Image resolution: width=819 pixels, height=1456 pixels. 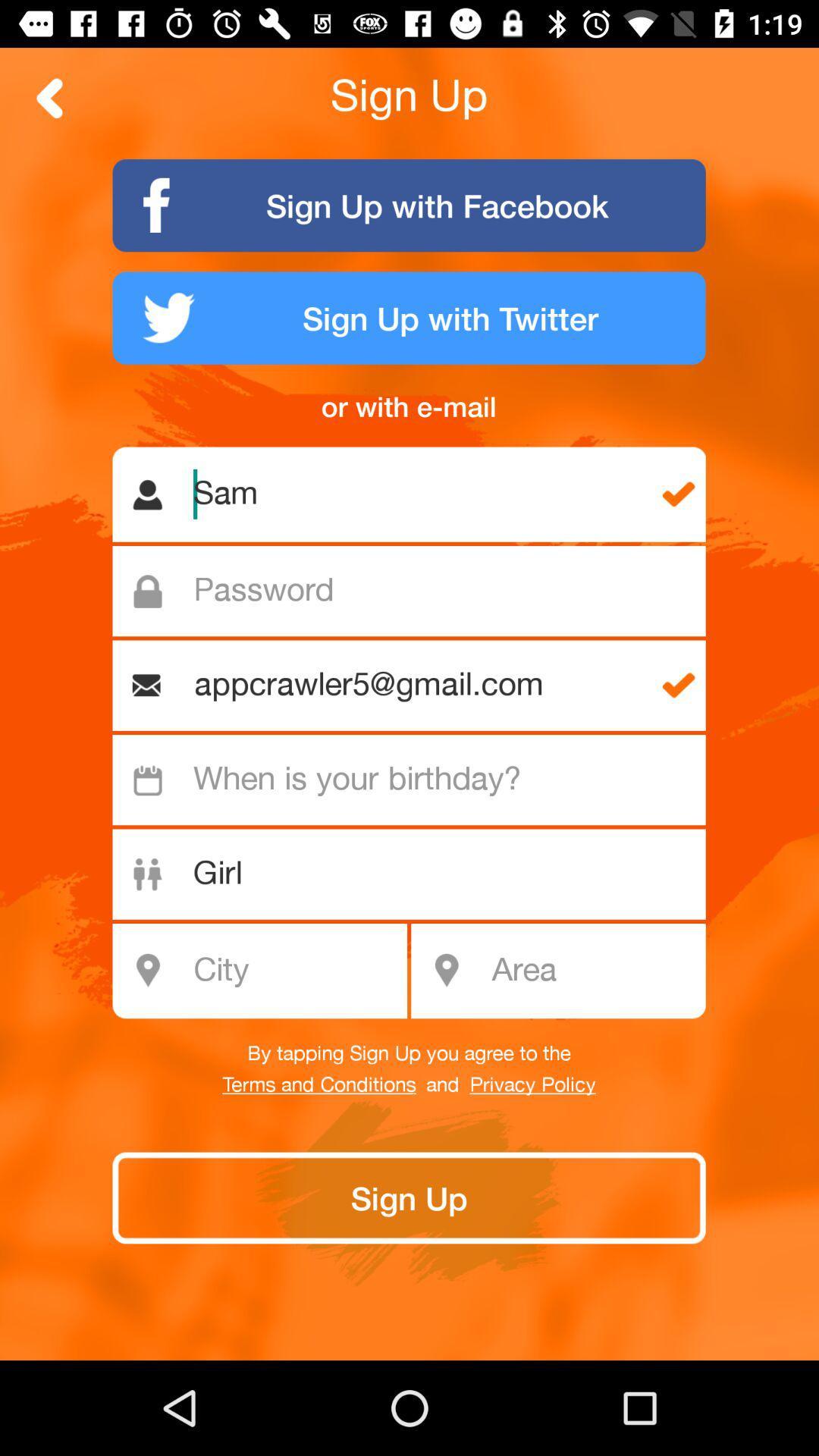 I want to click on text, so click(x=417, y=590).